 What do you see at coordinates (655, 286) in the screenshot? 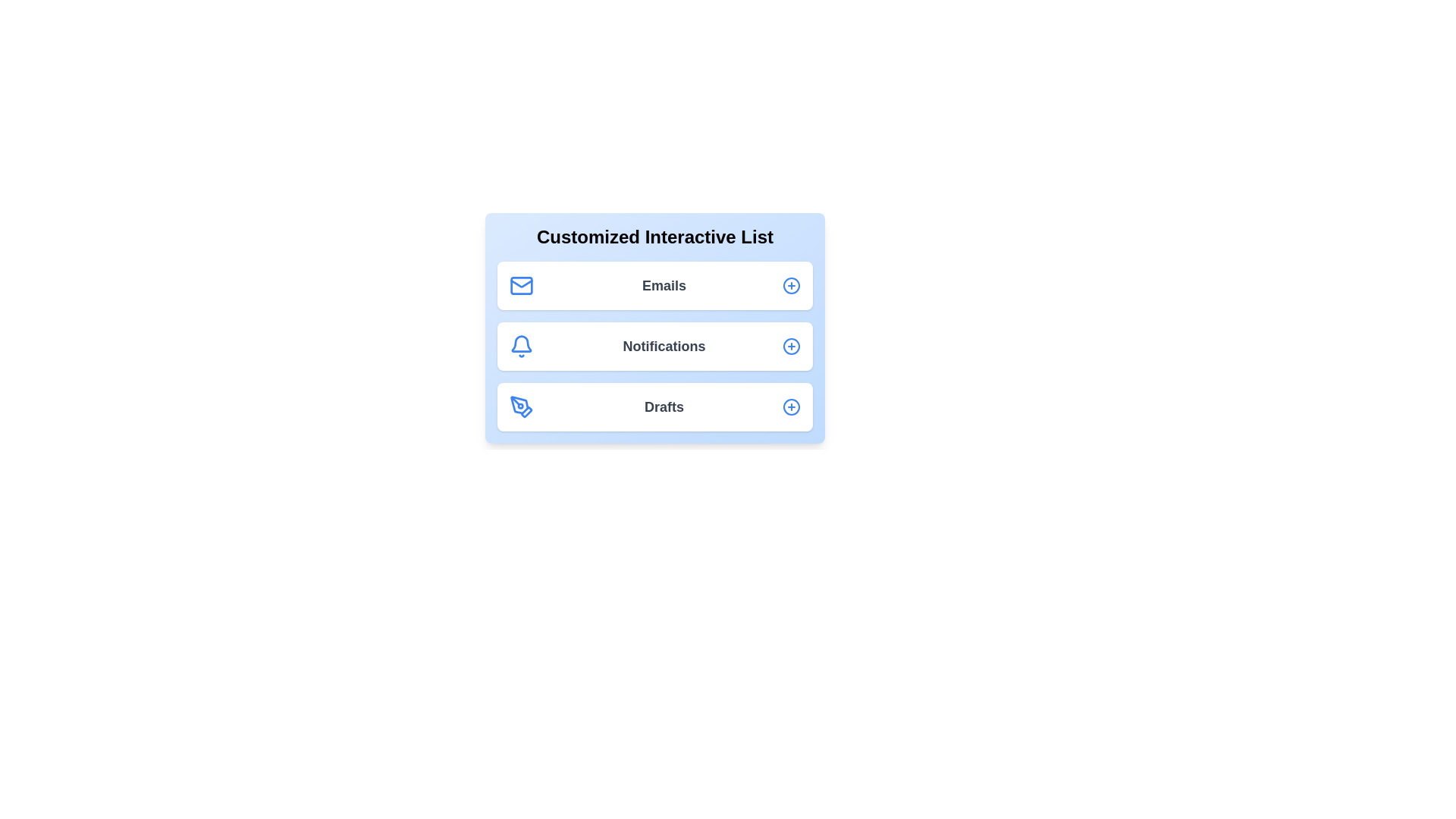
I see `the element corresponding to Emails` at bounding box center [655, 286].